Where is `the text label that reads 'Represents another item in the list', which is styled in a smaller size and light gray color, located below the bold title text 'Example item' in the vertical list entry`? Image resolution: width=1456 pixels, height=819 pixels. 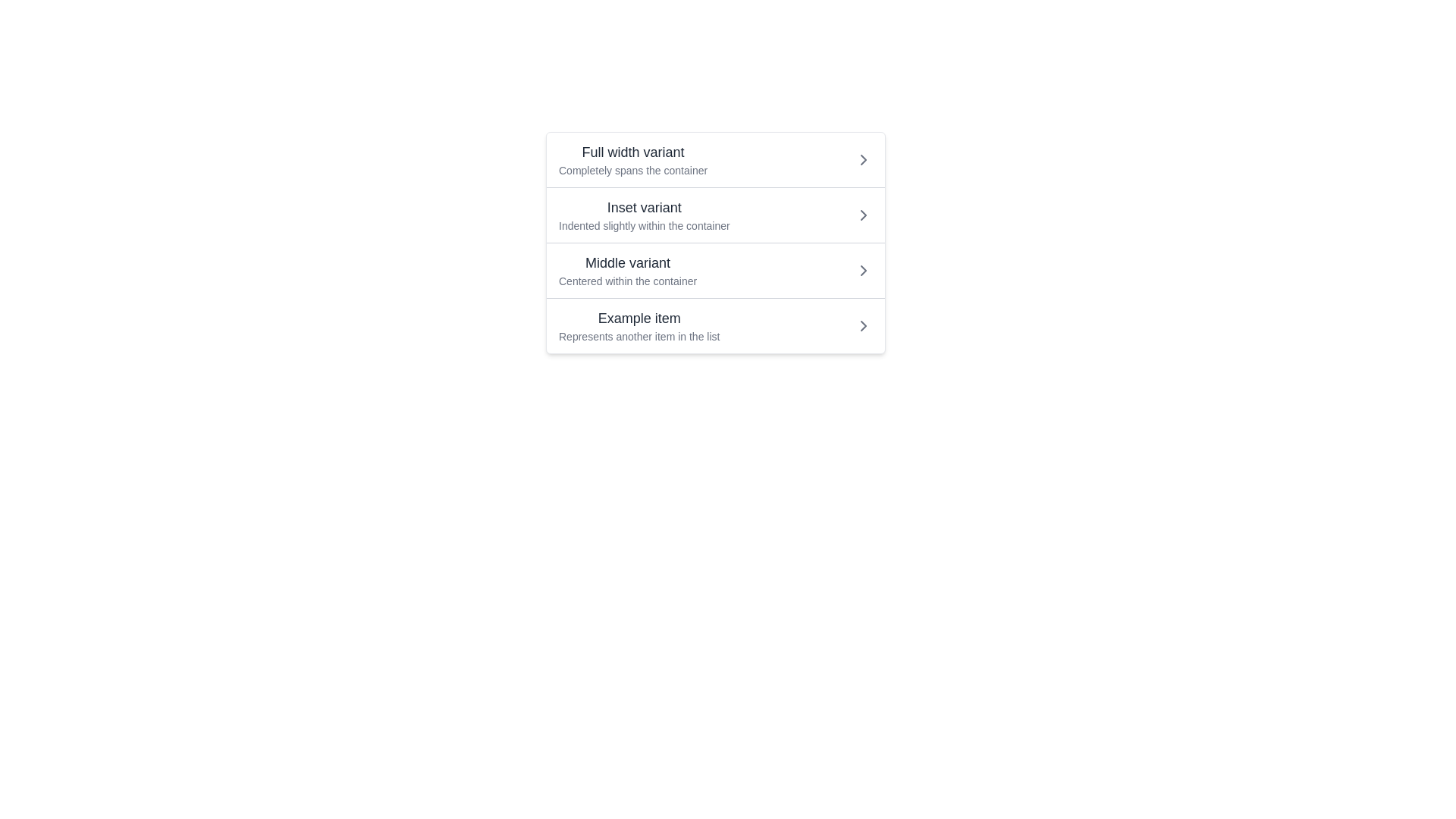
the text label that reads 'Represents another item in the list', which is styled in a smaller size and light gray color, located below the bold title text 'Example item' in the vertical list entry is located at coordinates (639, 335).